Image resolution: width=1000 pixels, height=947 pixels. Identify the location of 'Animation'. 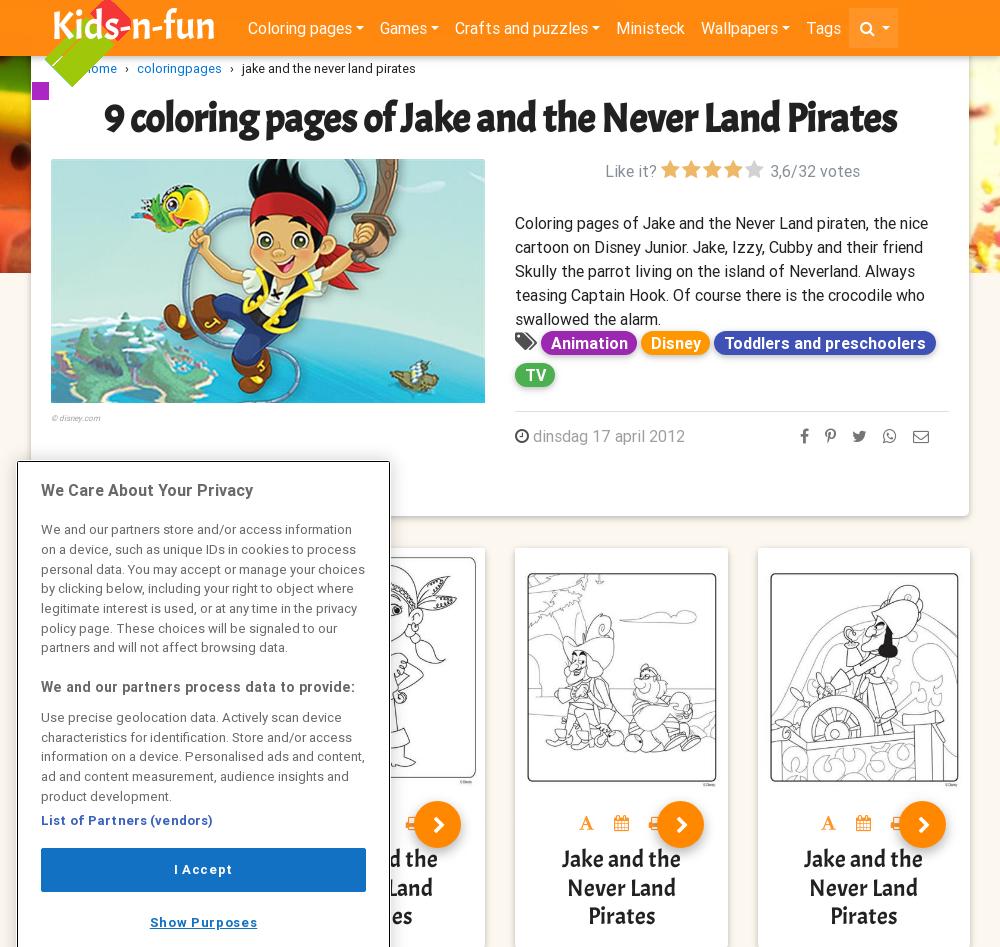
(587, 340).